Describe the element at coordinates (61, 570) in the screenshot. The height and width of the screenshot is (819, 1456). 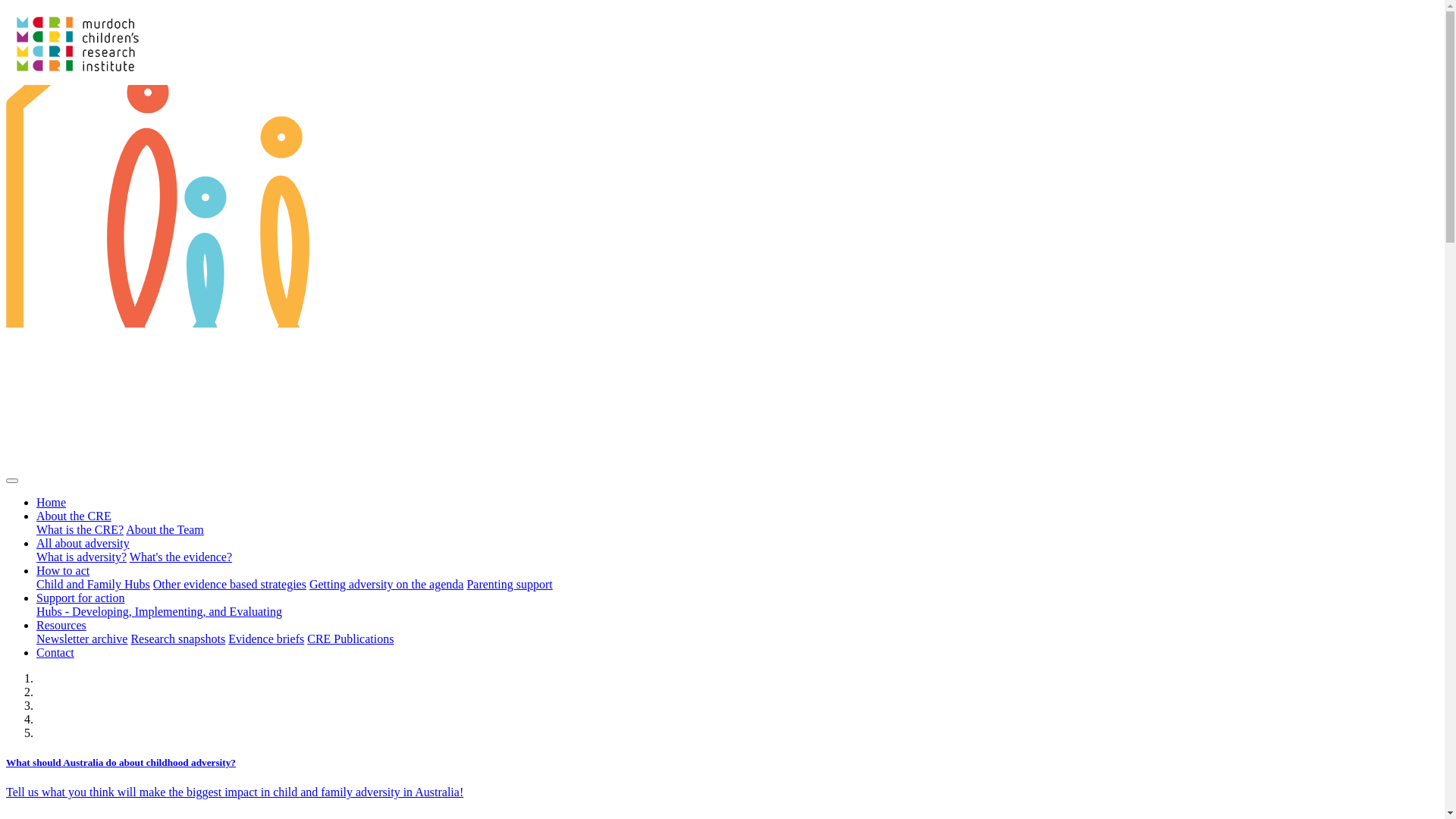
I see `'How to act'` at that location.